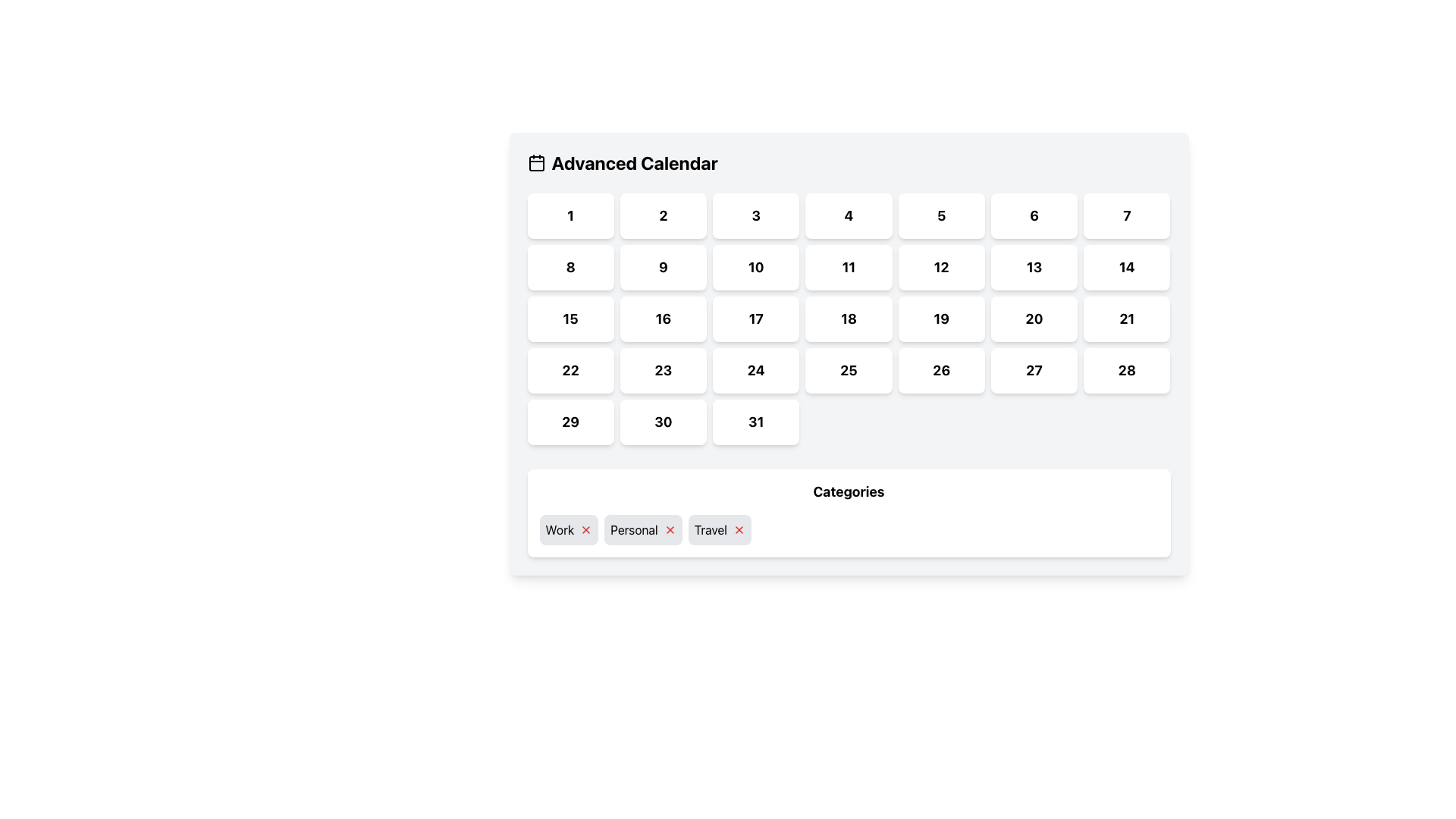 This screenshot has width=1456, height=819. I want to click on the 'Work' category tag located at the bottom of the interface under the 'Categories' section, so click(559, 529).